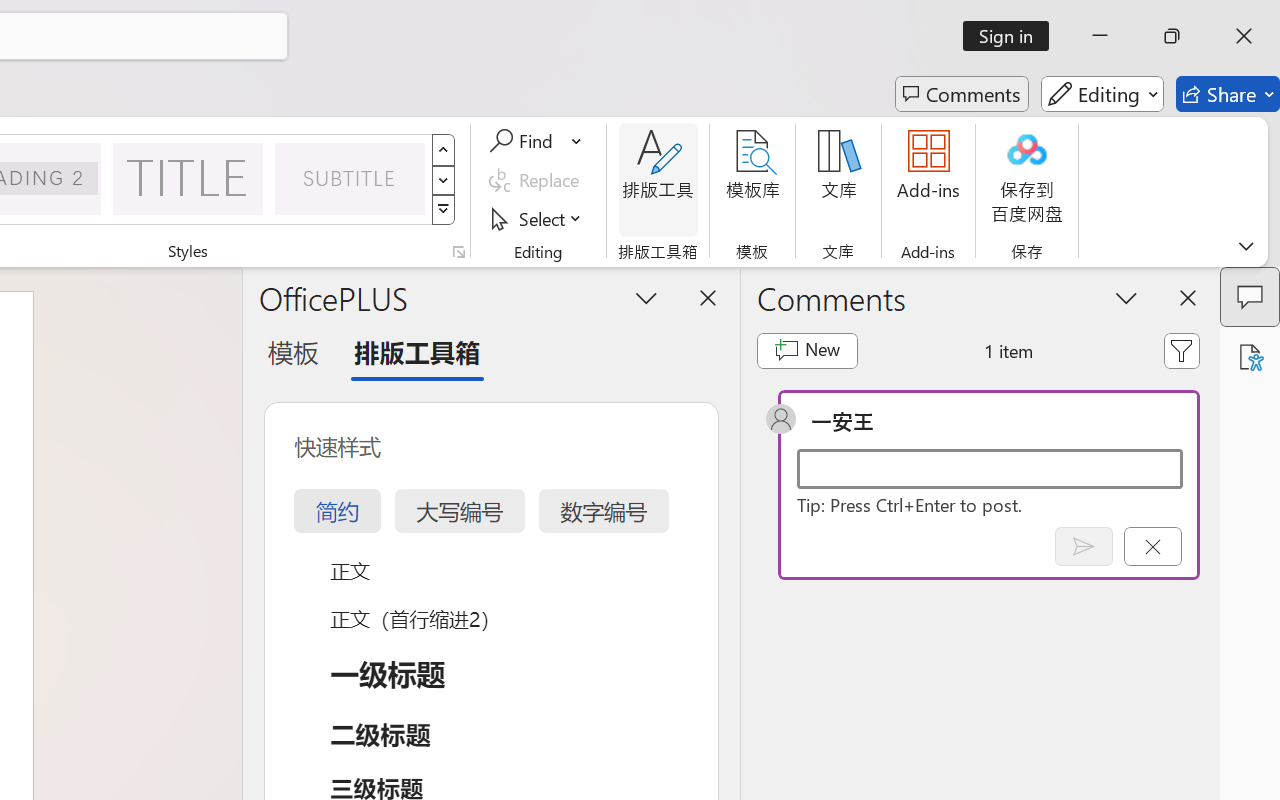  What do you see at coordinates (1248, 357) in the screenshot?
I see `'Accessibility Assistant'` at bounding box center [1248, 357].